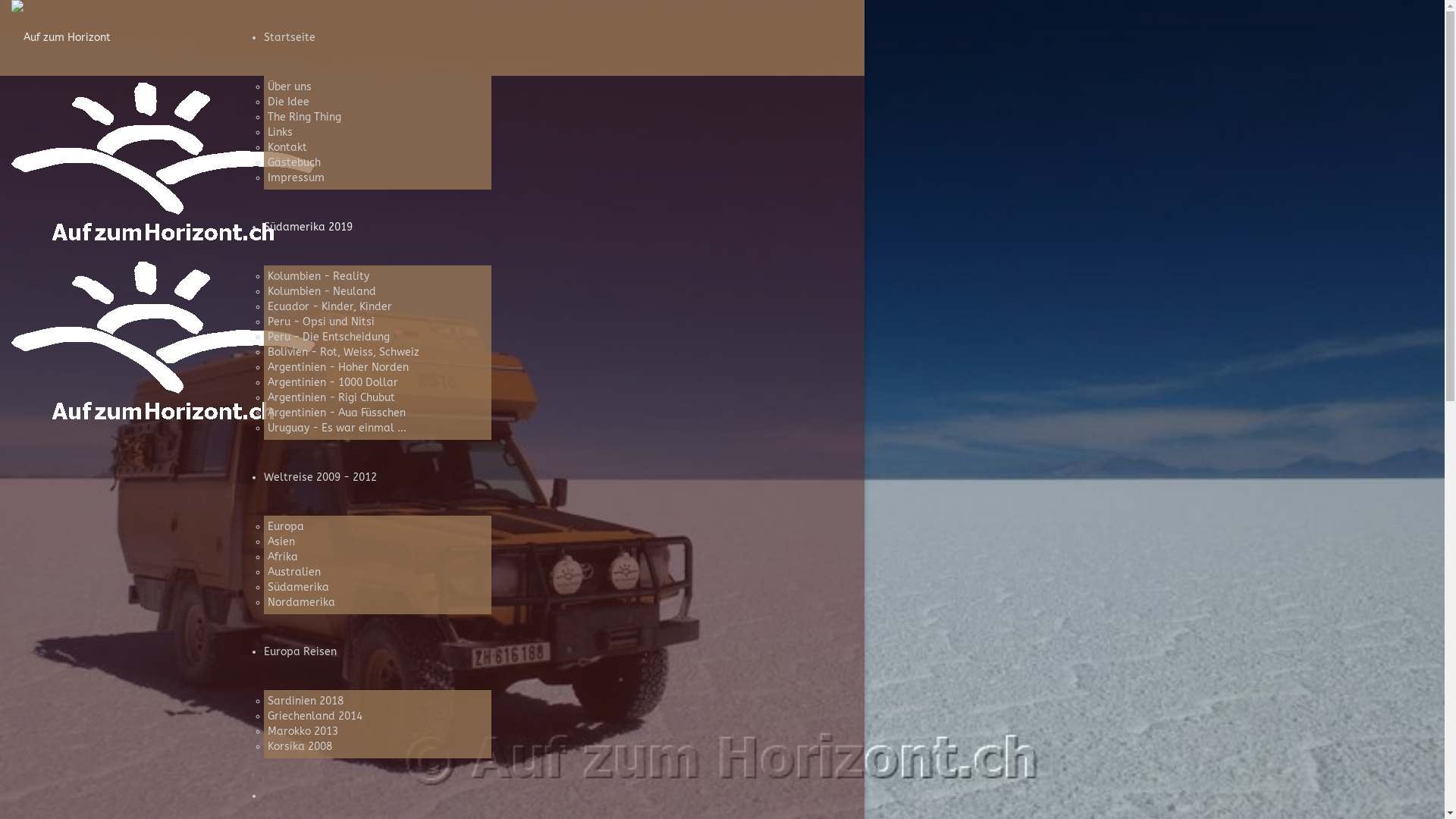 The image size is (1456, 819). I want to click on 'Bolivien - Rot, Weiss, Schweiz', so click(266, 352).